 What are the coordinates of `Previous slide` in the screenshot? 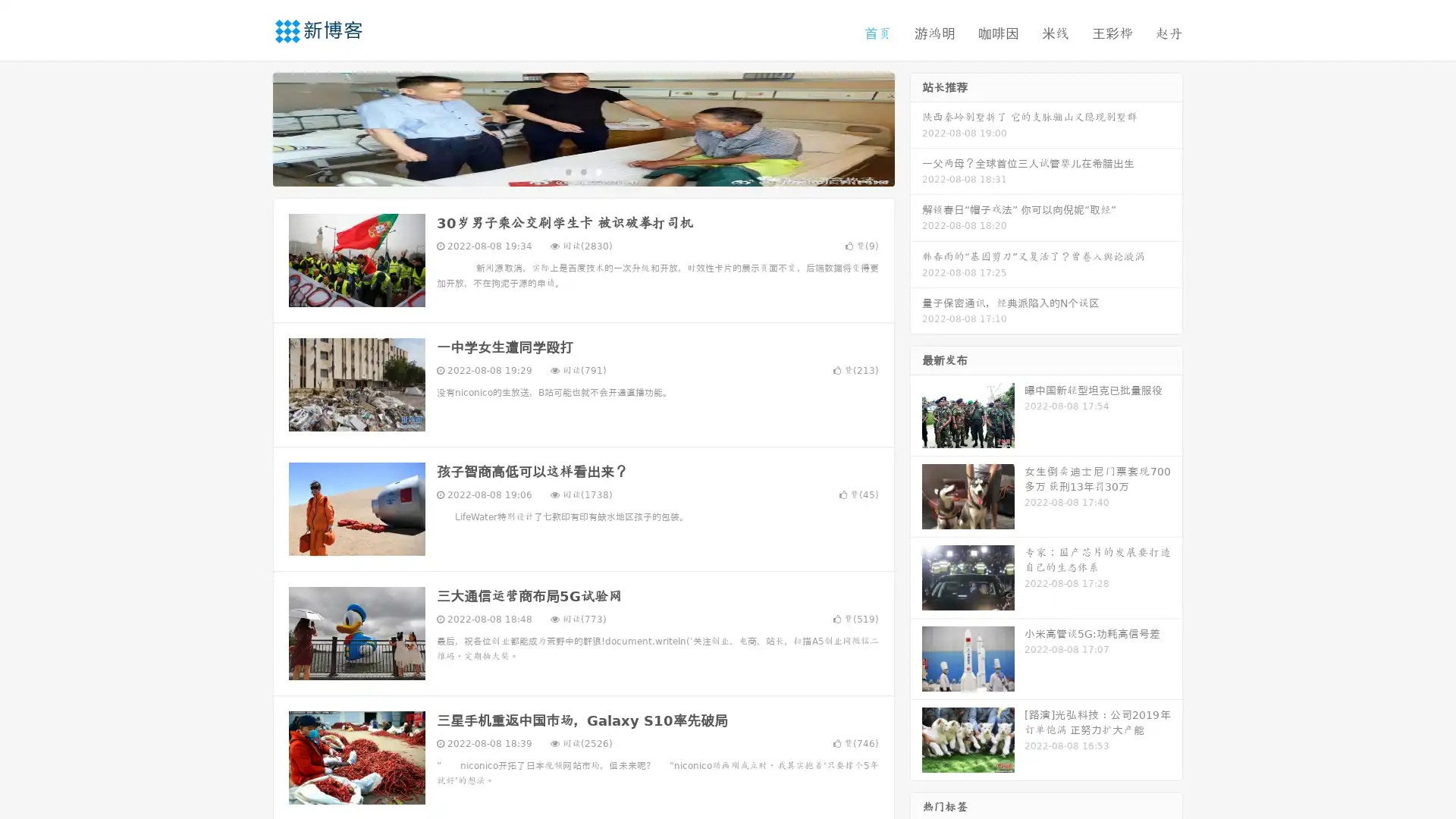 It's located at (250, 127).